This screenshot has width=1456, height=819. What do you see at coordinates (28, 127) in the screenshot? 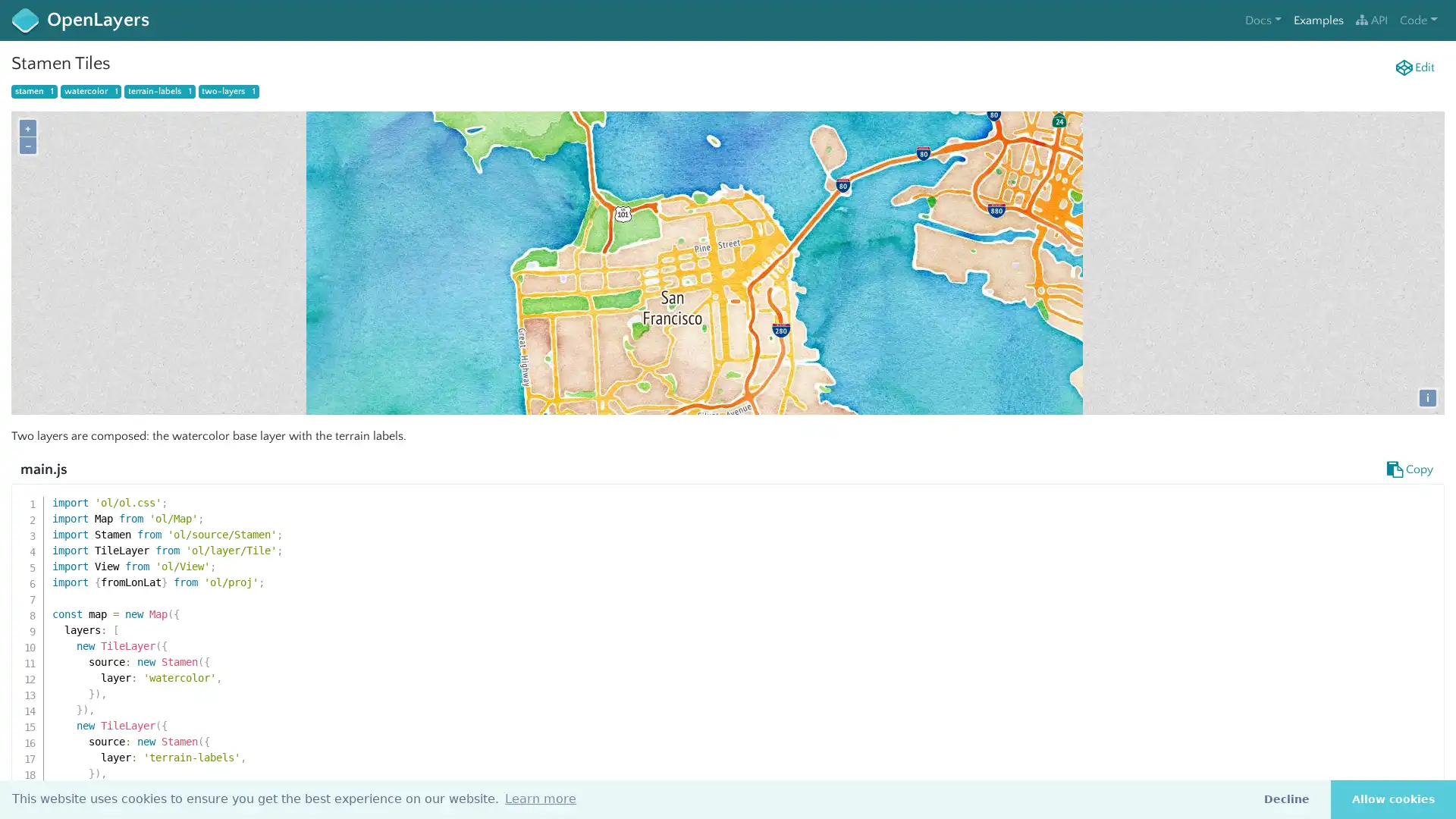
I see `+` at bounding box center [28, 127].